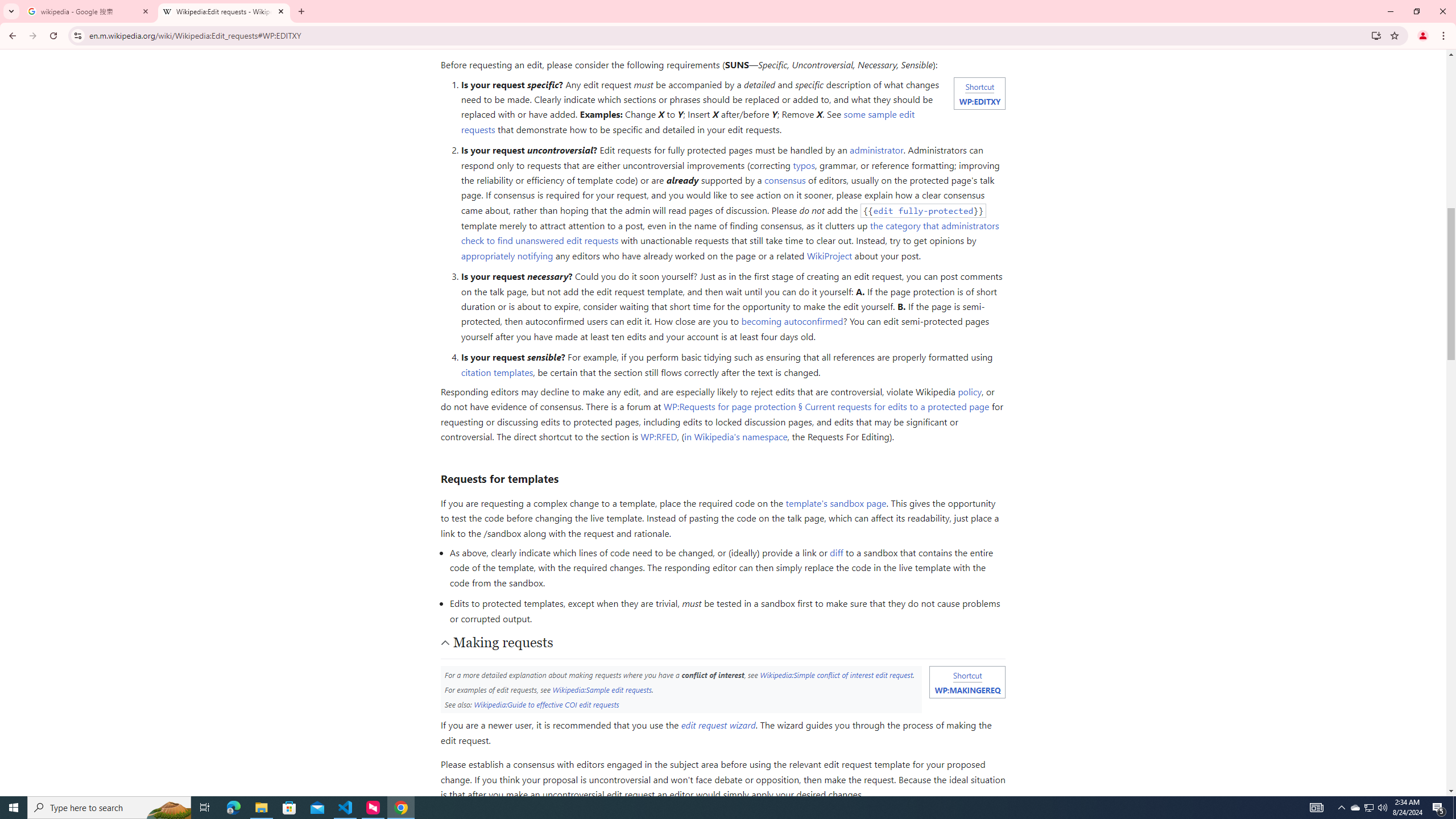 The height and width of the screenshot is (819, 1456). Describe the element at coordinates (601, 688) in the screenshot. I see `'Wikipedia:Sample edit requests'` at that location.